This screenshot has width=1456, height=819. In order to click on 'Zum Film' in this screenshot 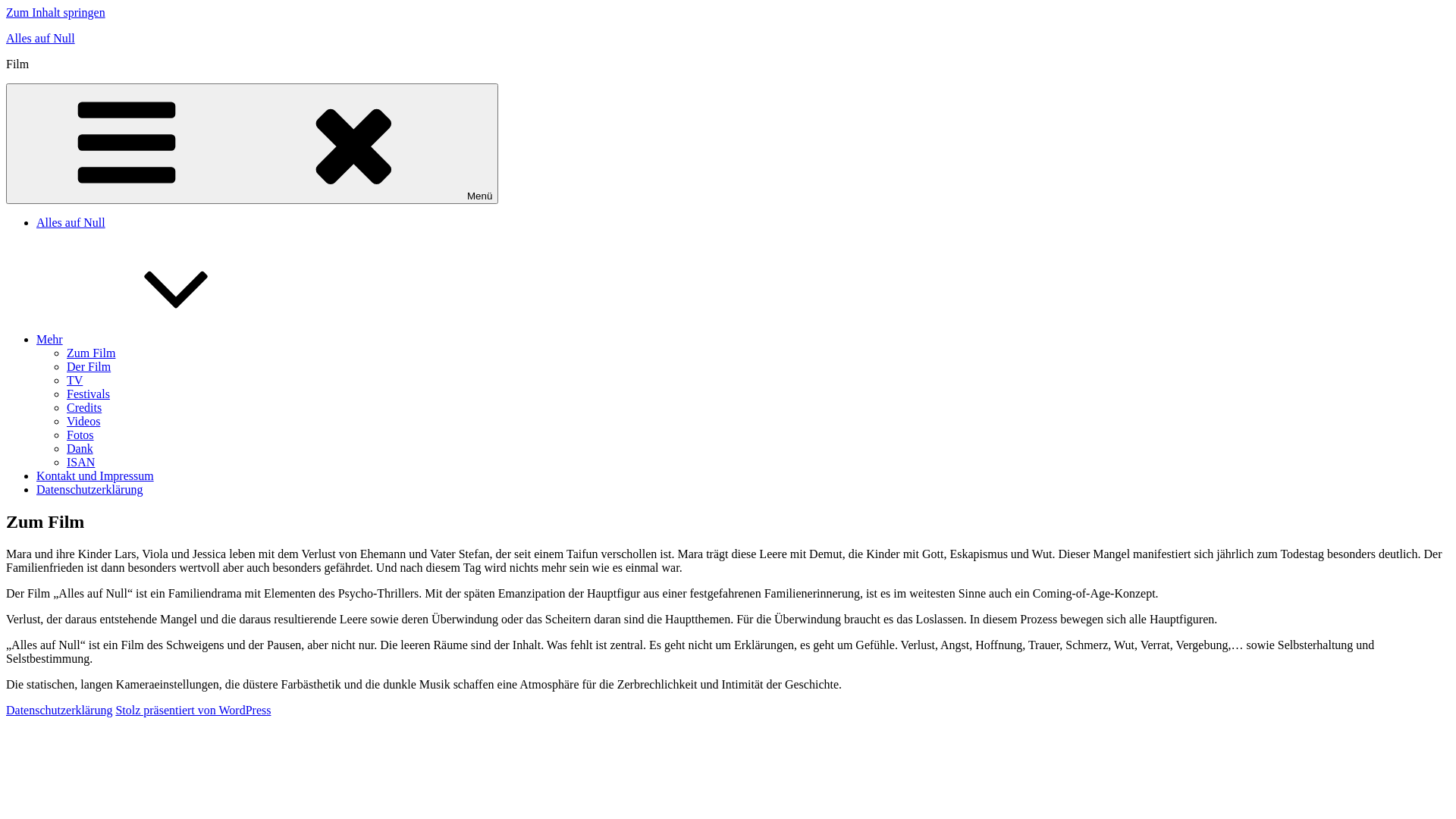, I will do `click(90, 353)`.